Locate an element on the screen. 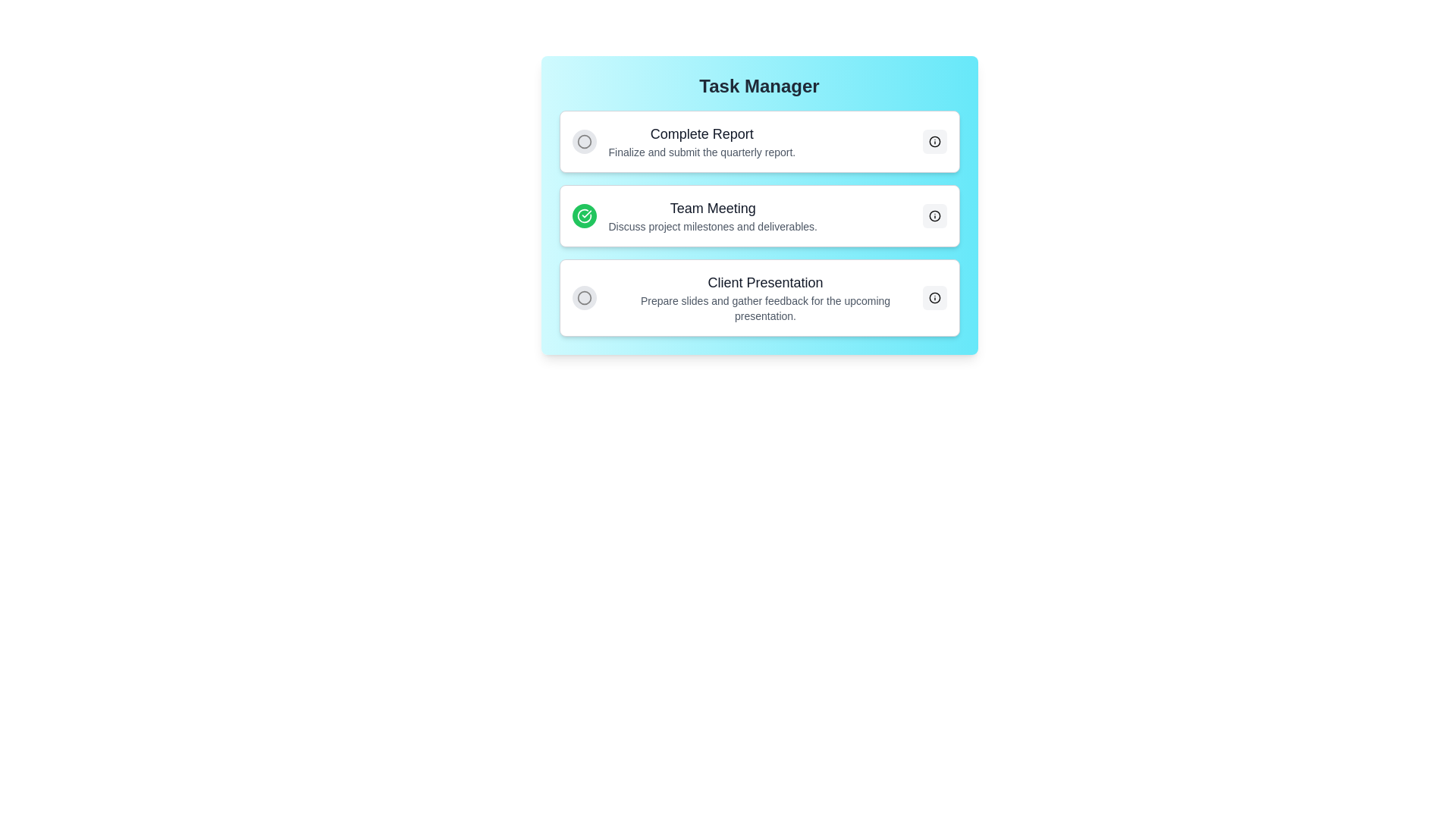  informational Text block detailing the 'Team Meeting' task, located in the center of the interface, between the 'Complete Report' and 'Client Presentation' sections is located at coordinates (712, 216).